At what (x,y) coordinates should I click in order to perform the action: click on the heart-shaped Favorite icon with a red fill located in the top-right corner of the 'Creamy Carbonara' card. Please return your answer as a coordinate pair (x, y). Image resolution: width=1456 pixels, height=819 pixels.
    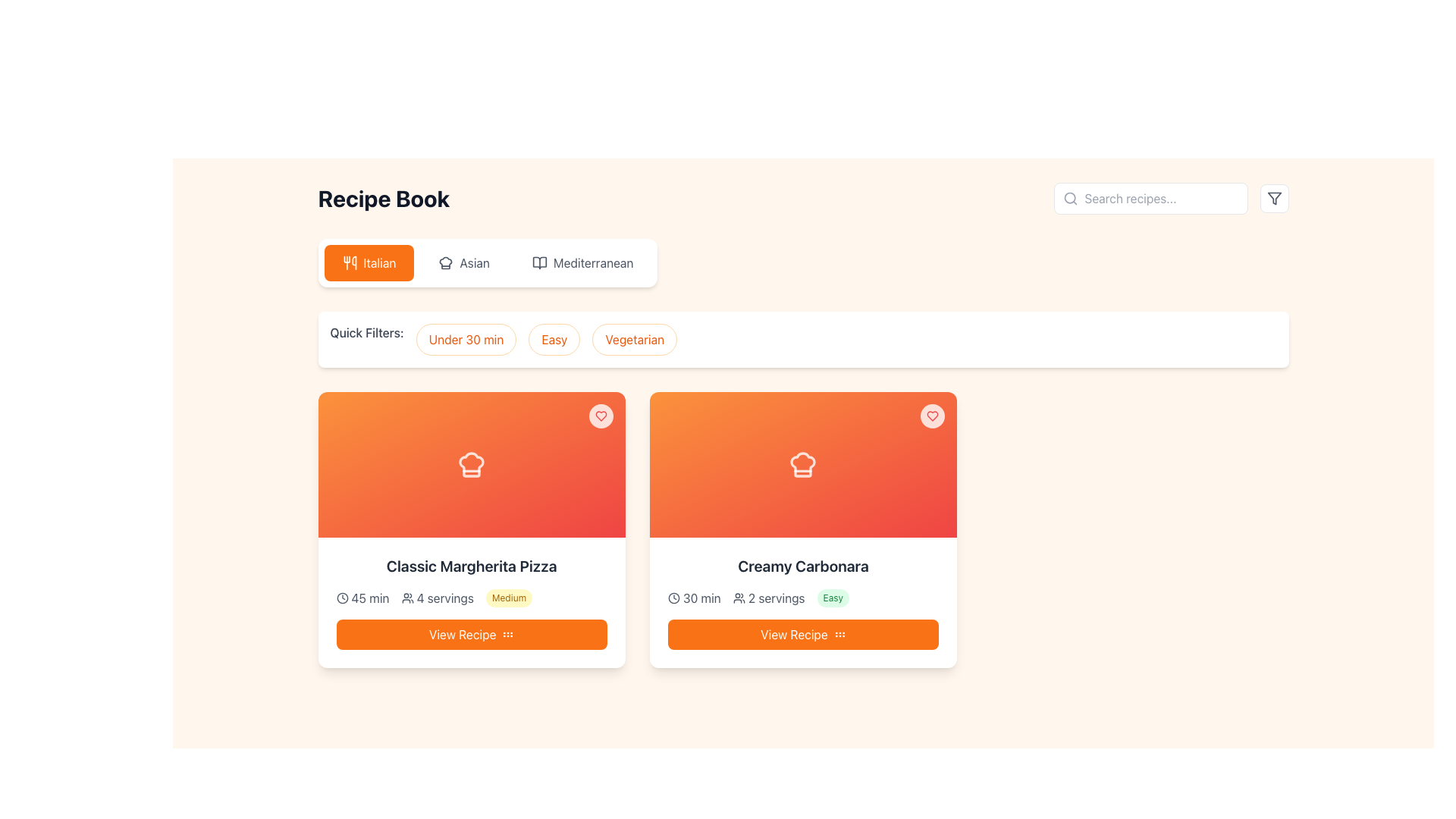
    Looking at the image, I should click on (932, 416).